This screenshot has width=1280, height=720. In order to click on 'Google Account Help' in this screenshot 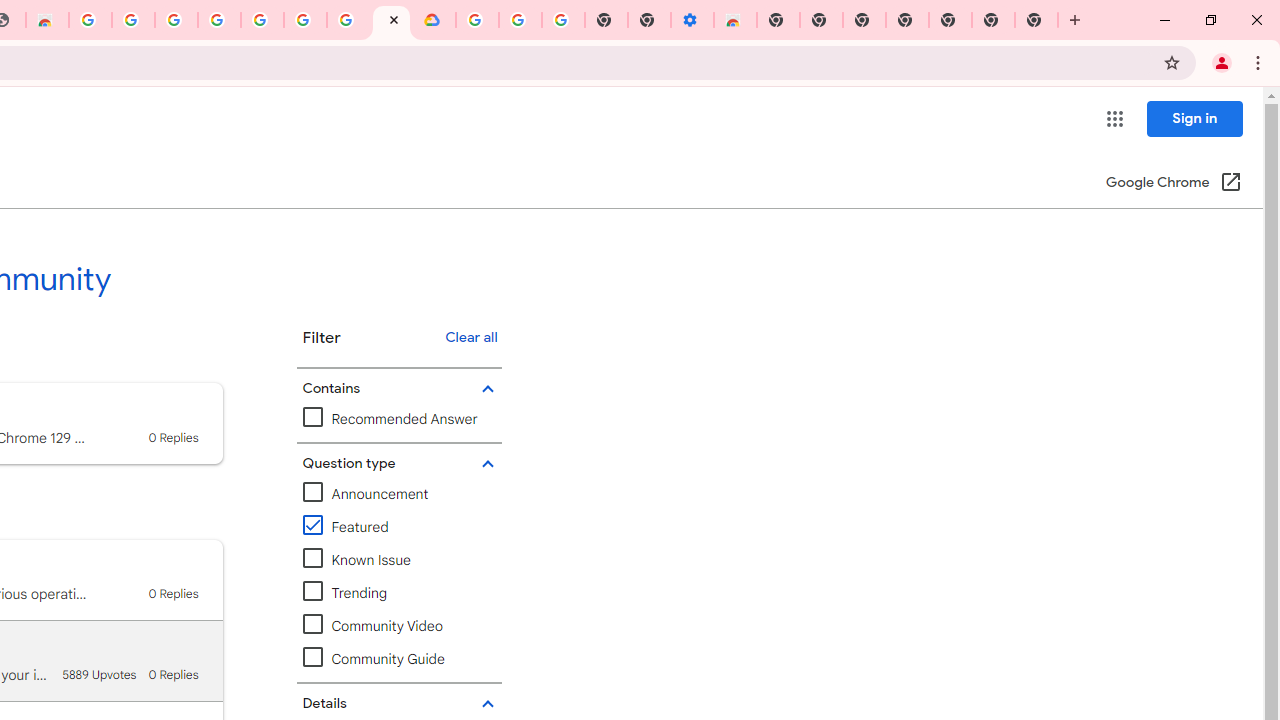, I will do `click(261, 20)`.